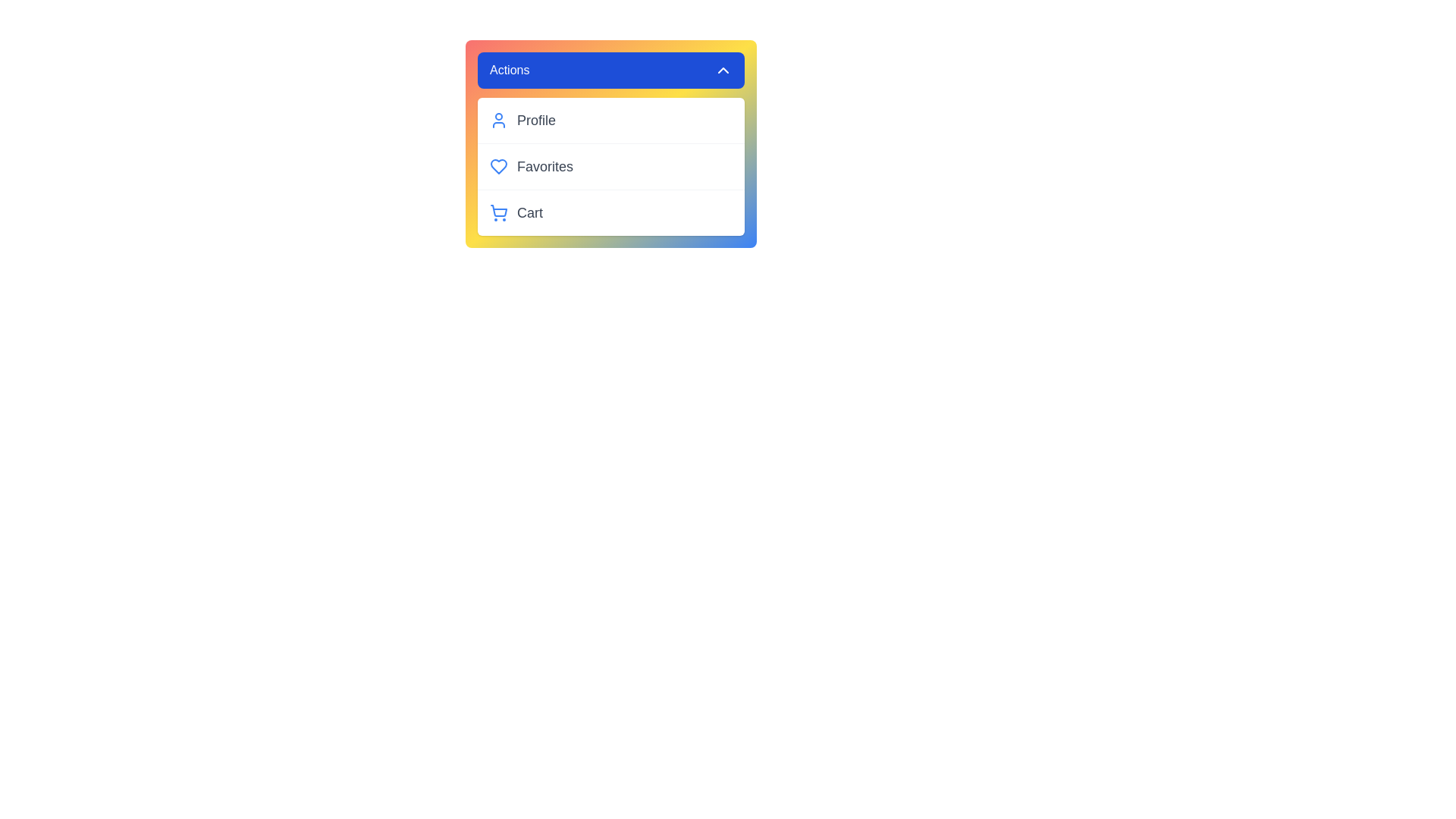 The width and height of the screenshot is (1456, 819). What do you see at coordinates (498, 166) in the screenshot?
I see `the heart-shaped icon representing 'Favorites' located in the second row of the dropdown menu under 'Actions'` at bounding box center [498, 166].